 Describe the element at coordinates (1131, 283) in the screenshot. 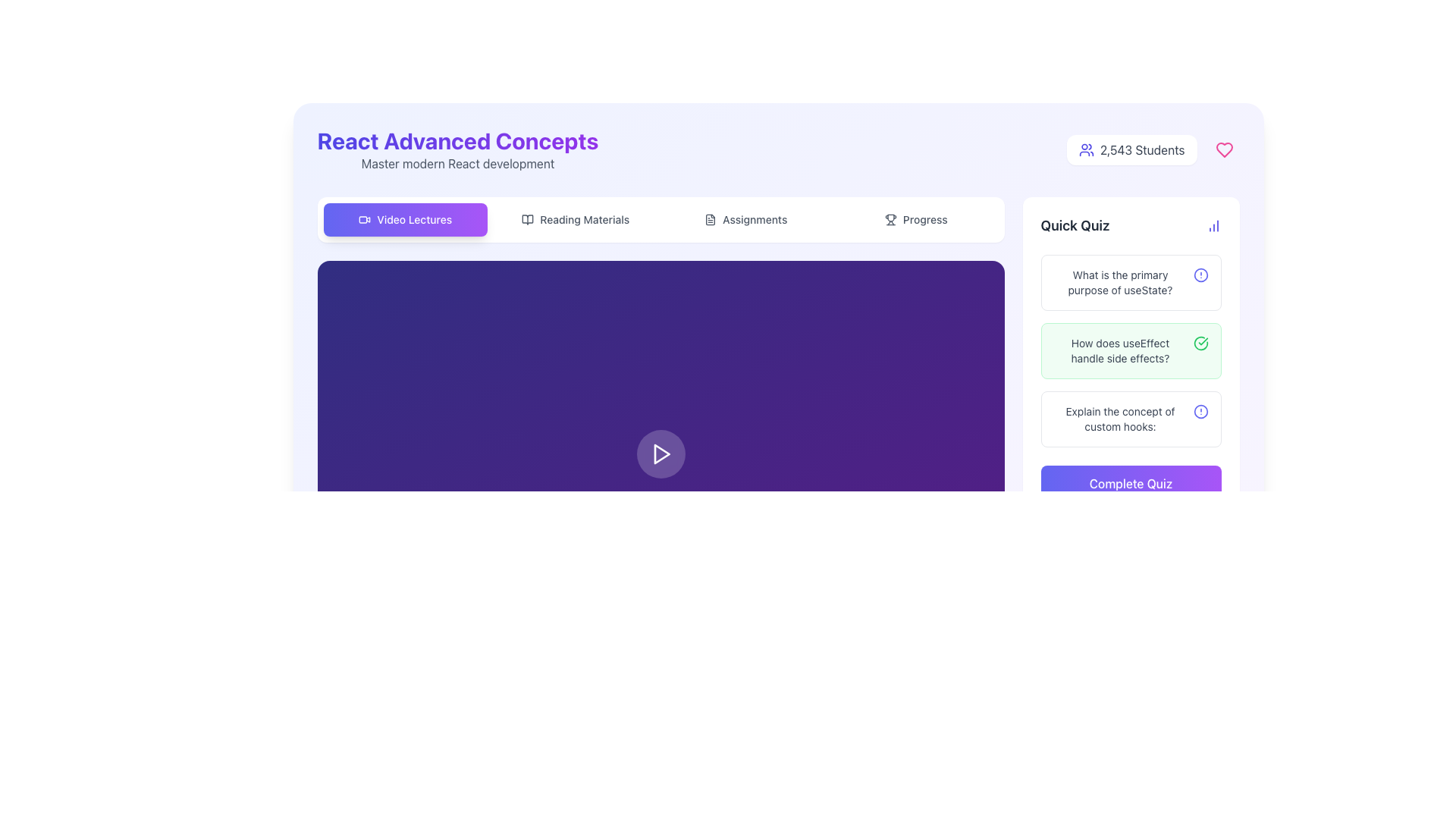

I see `the question 'What is the primary purpose of useState?' along with its informational icon` at that location.